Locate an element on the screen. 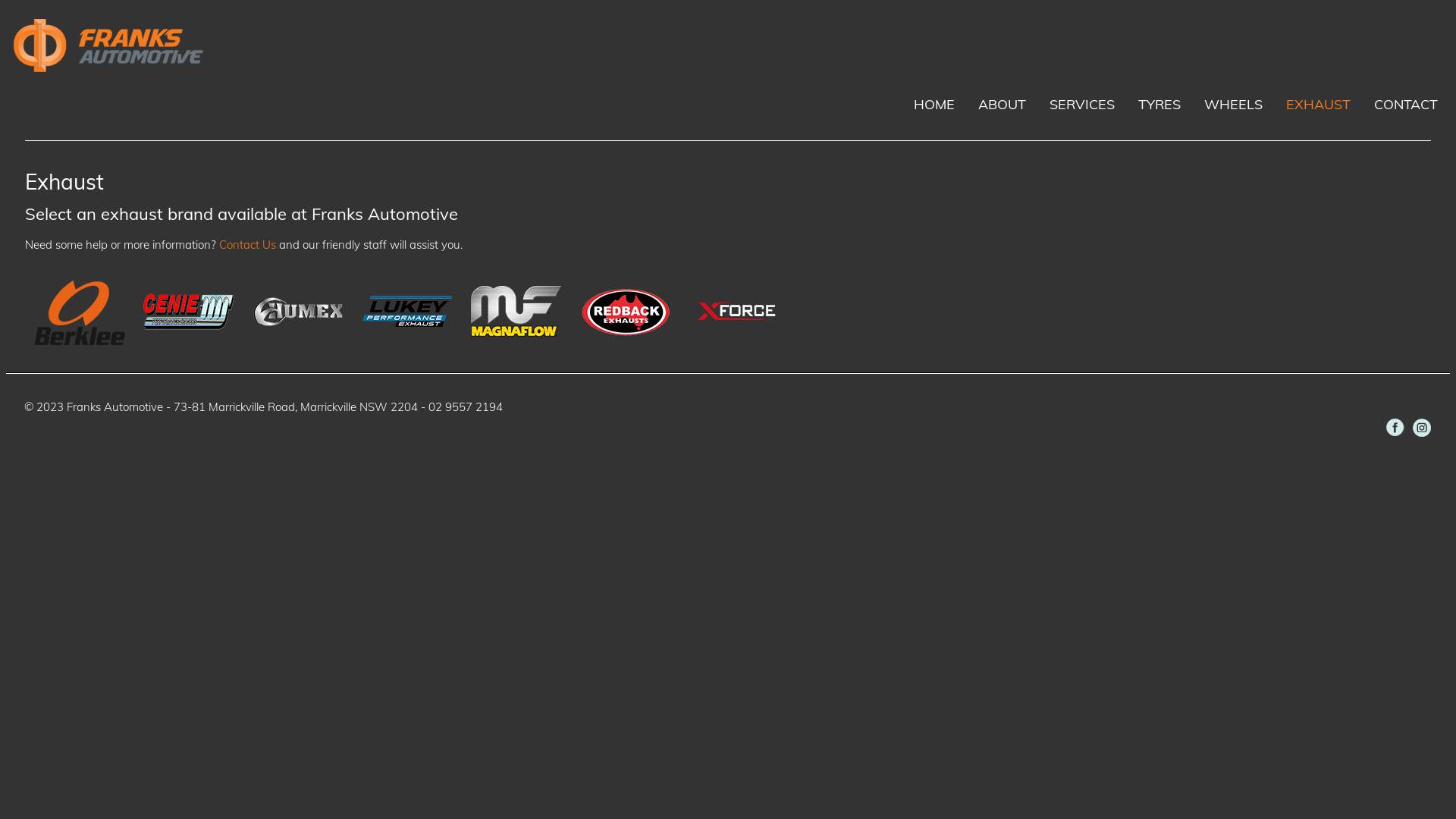  'EXHAUST' is located at coordinates (1317, 103).